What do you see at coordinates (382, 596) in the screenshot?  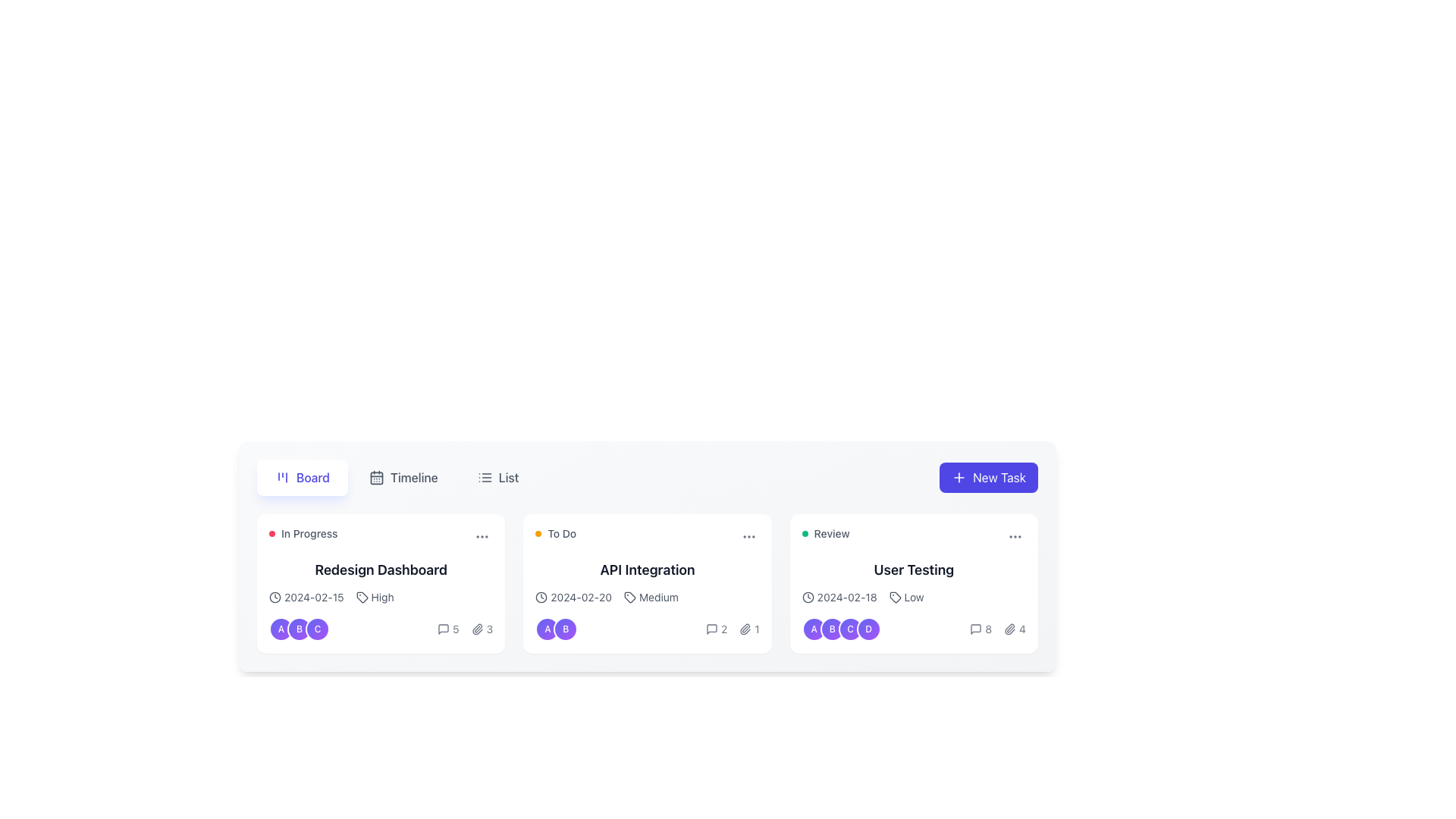 I see `the 'High' label styled in bold gray font, located within the upper-left card of a grid layout, positioned to the right of a tag icon` at bounding box center [382, 596].